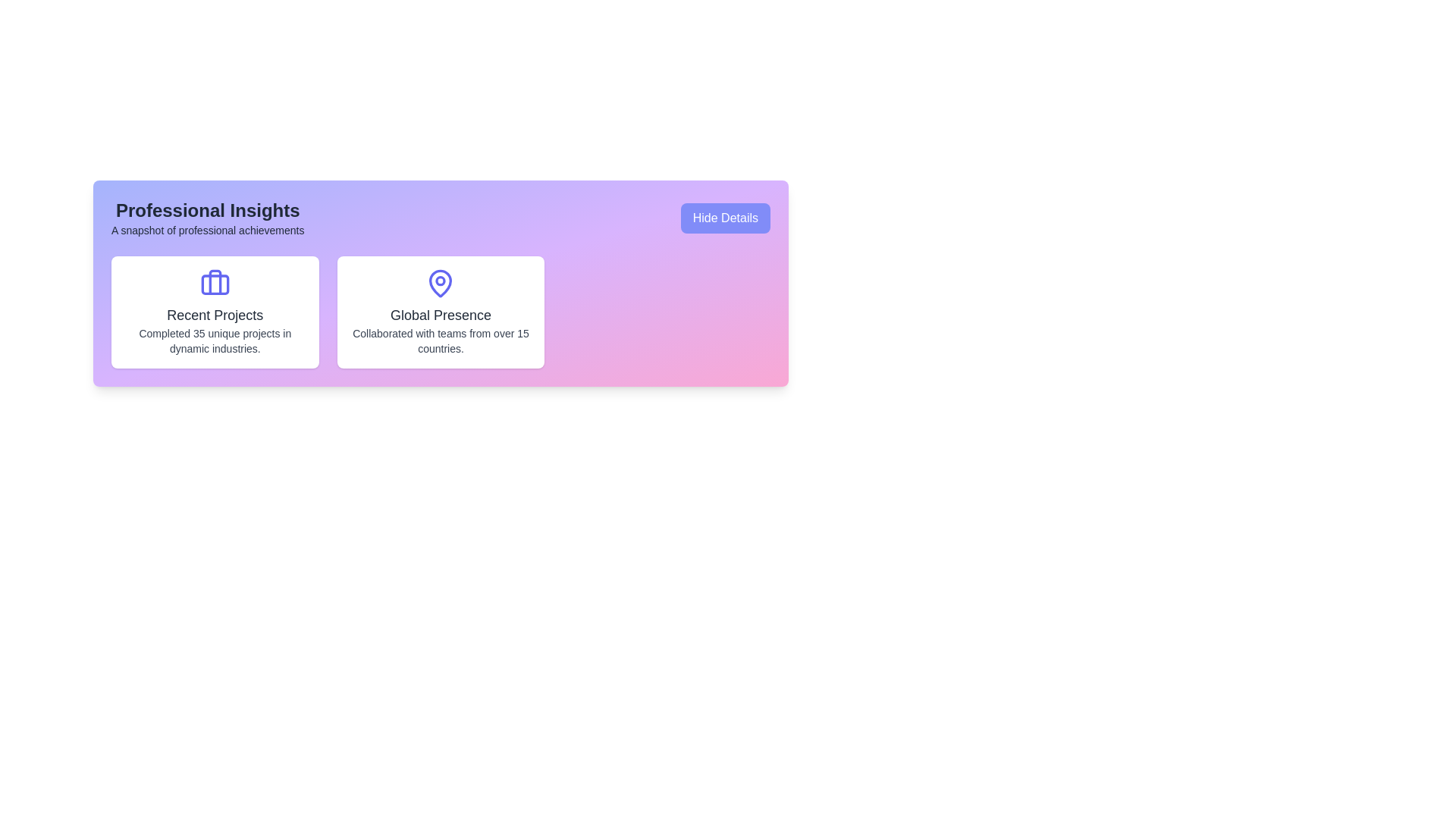 This screenshot has width=1456, height=819. Describe the element at coordinates (724, 218) in the screenshot. I see `the 'Hide Details' button located in the top-right corner of the 'Professional Insights' section to change its background color` at that location.